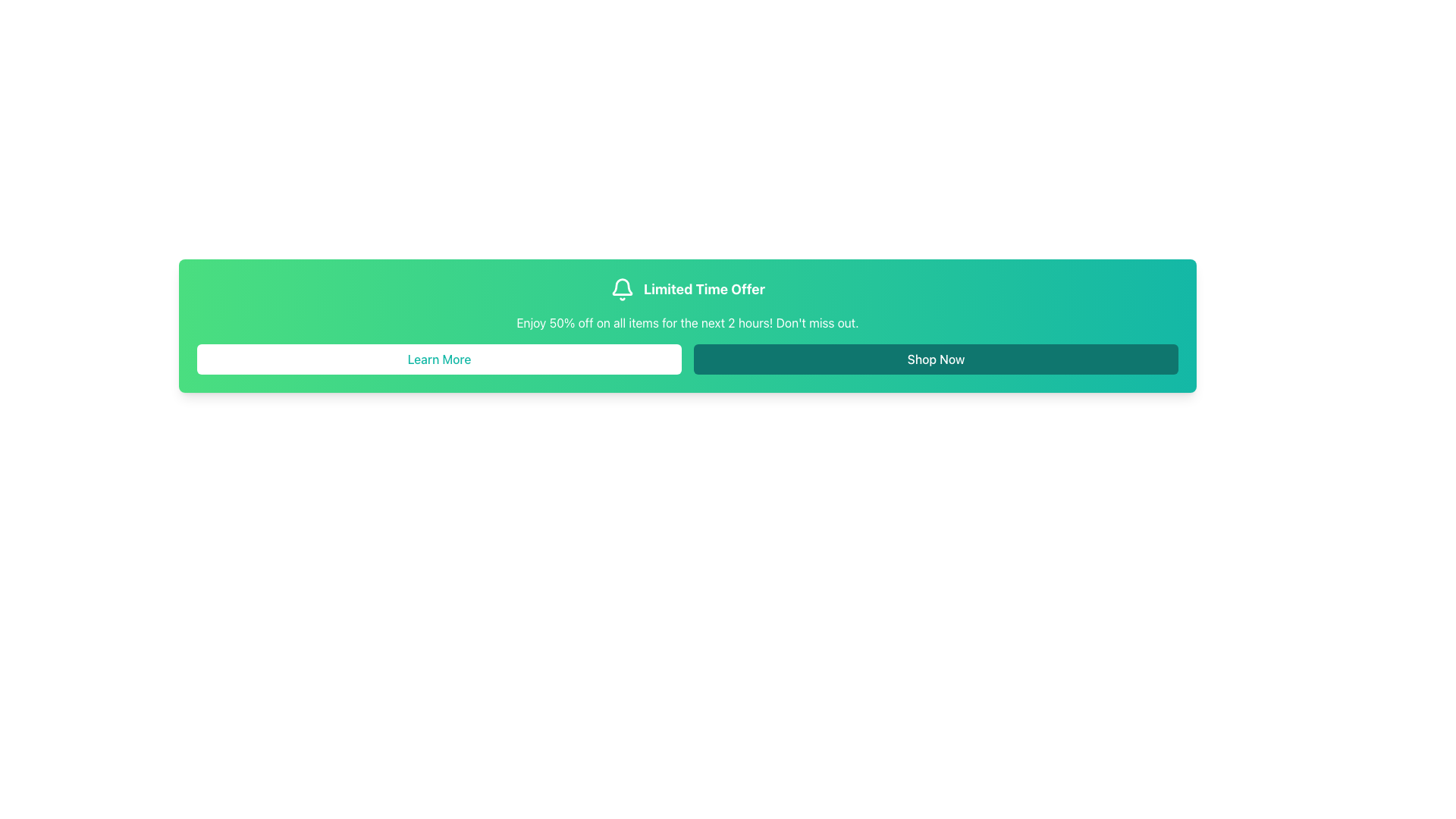 This screenshot has height=819, width=1456. What do you see at coordinates (622, 289) in the screenshot?
I see `the bell-shaped notification icon, which is styled in white on a green background and is positioned to the left of the 'Limited Time Offer' text` at bounding box center [622, 289].